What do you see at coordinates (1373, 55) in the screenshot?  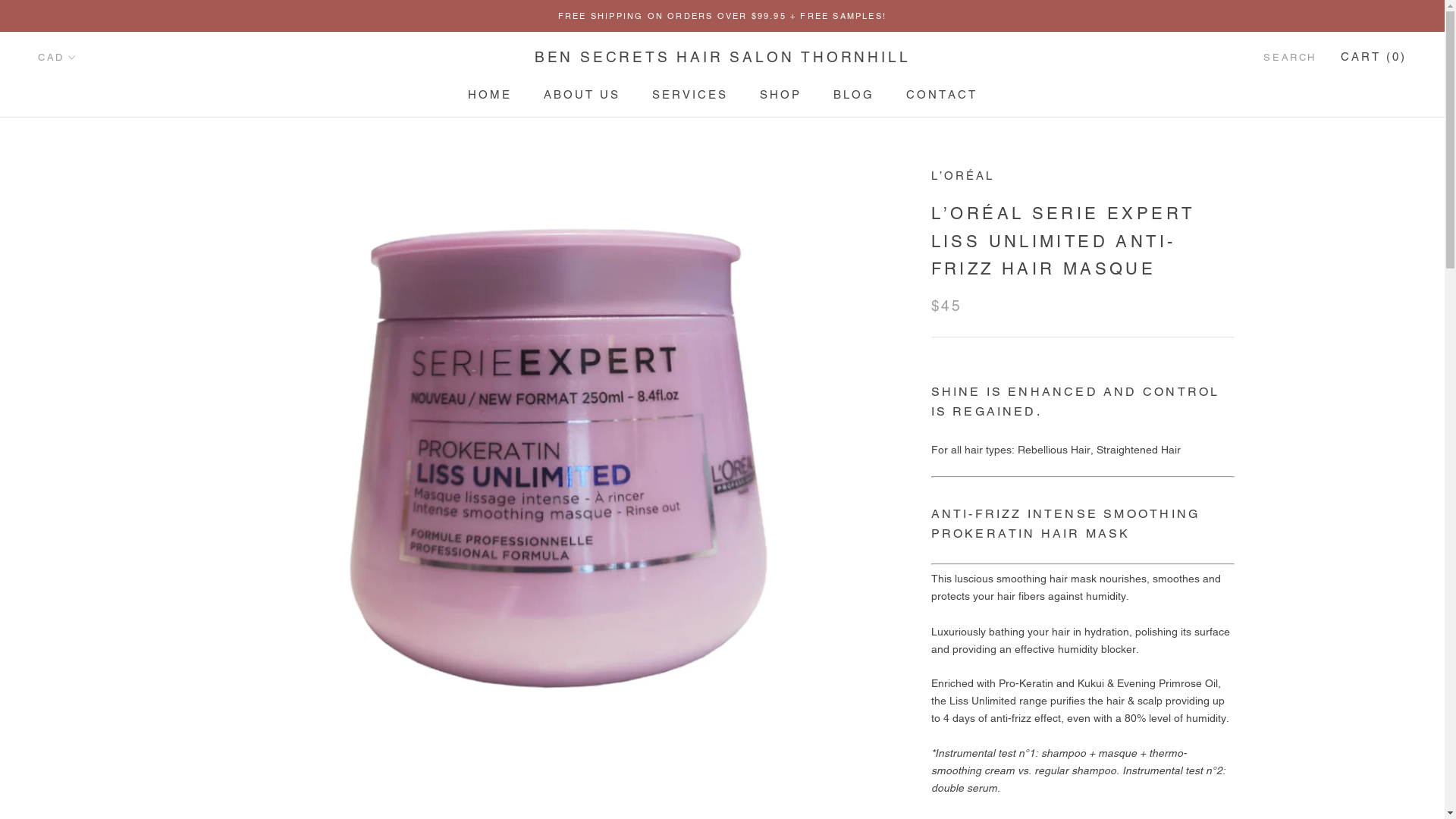 I see `'CART (0)'` at bounding box center [1373, 55].